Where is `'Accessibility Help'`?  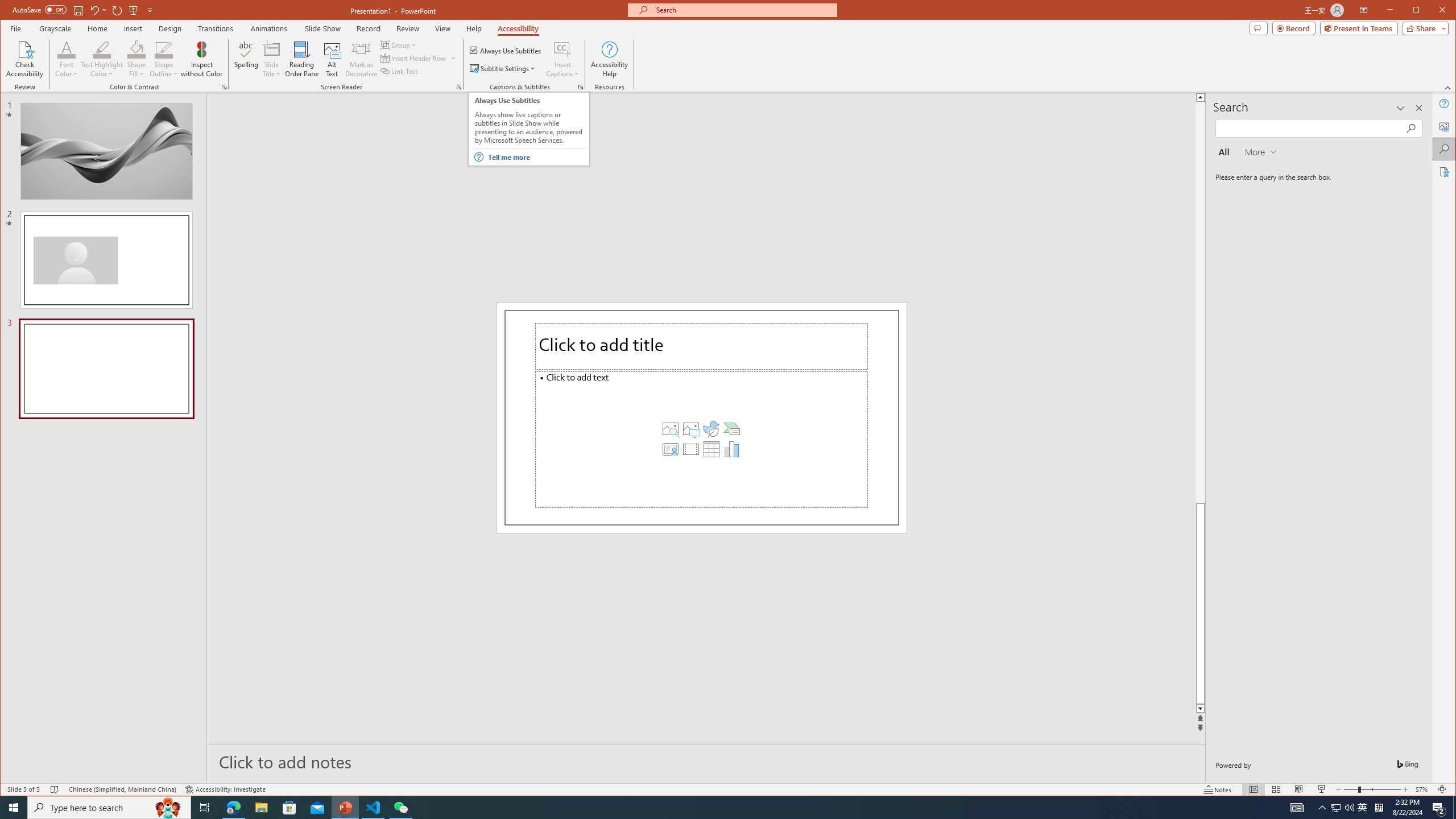
'Accessibility Help' is located at coordinates (609, 59).